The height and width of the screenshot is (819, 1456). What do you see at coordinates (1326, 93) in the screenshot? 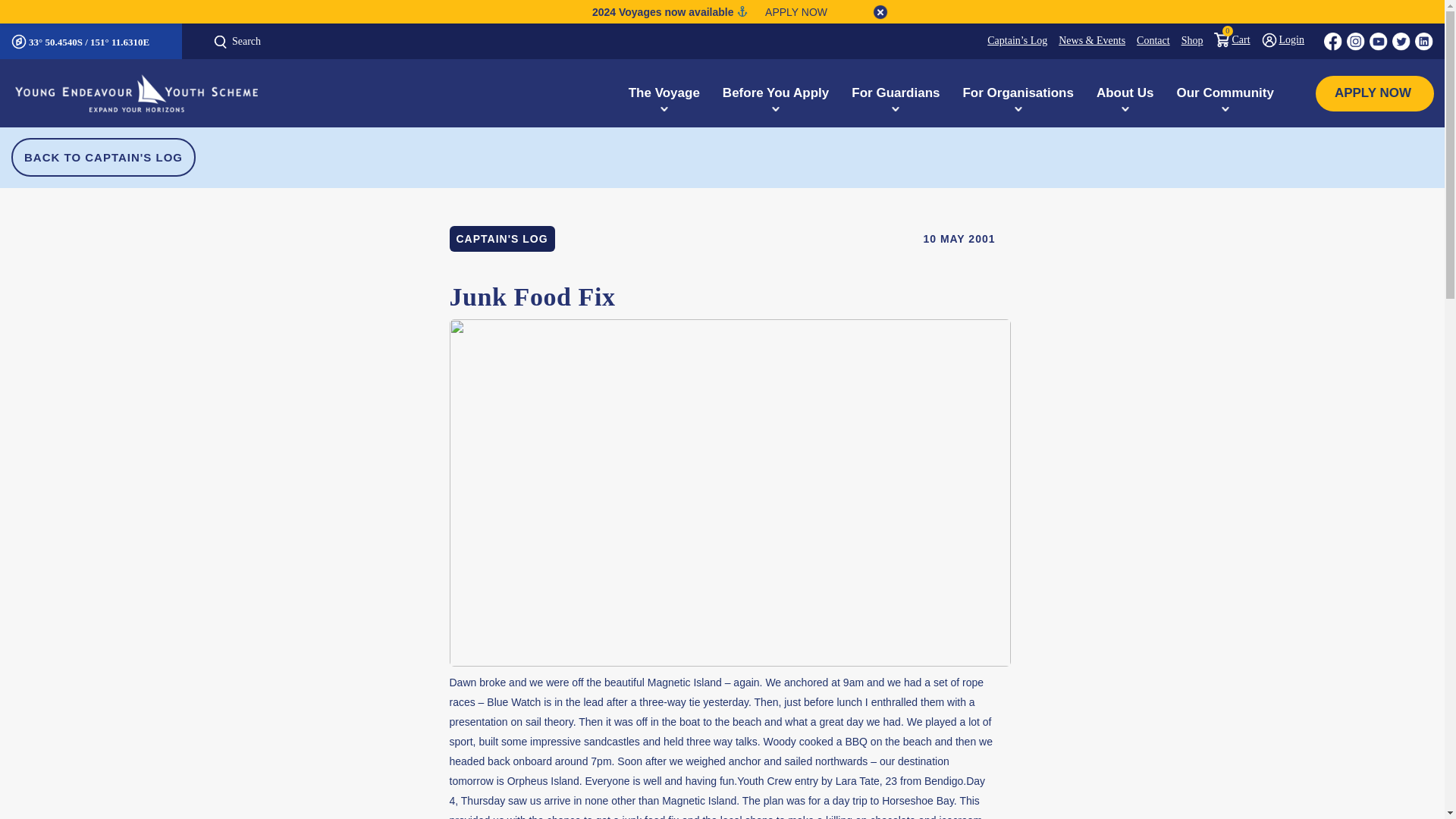
I see `'APPLY NOW'` at bounding box center [1326, 93].